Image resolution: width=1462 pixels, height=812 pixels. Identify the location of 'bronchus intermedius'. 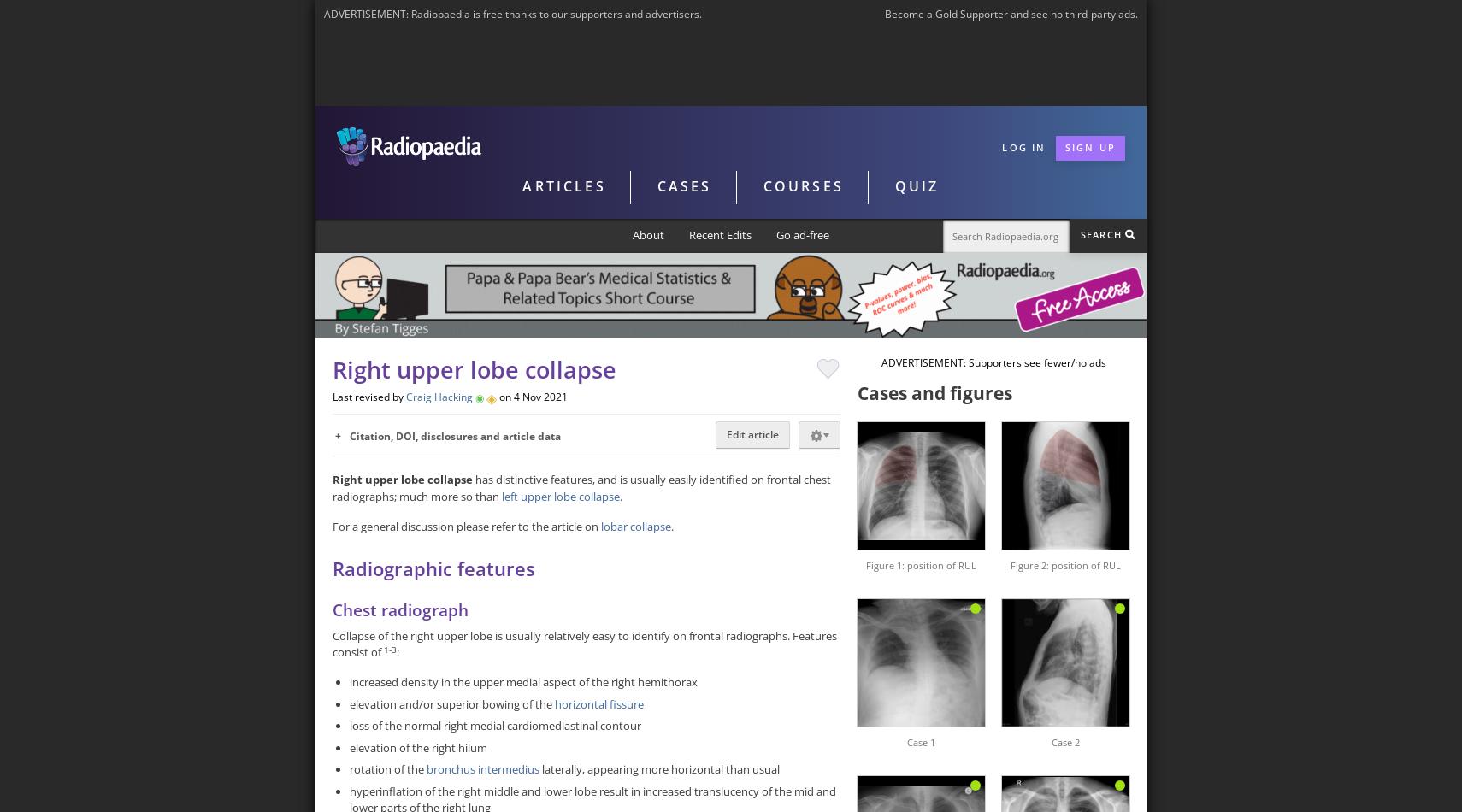
(482, 768).